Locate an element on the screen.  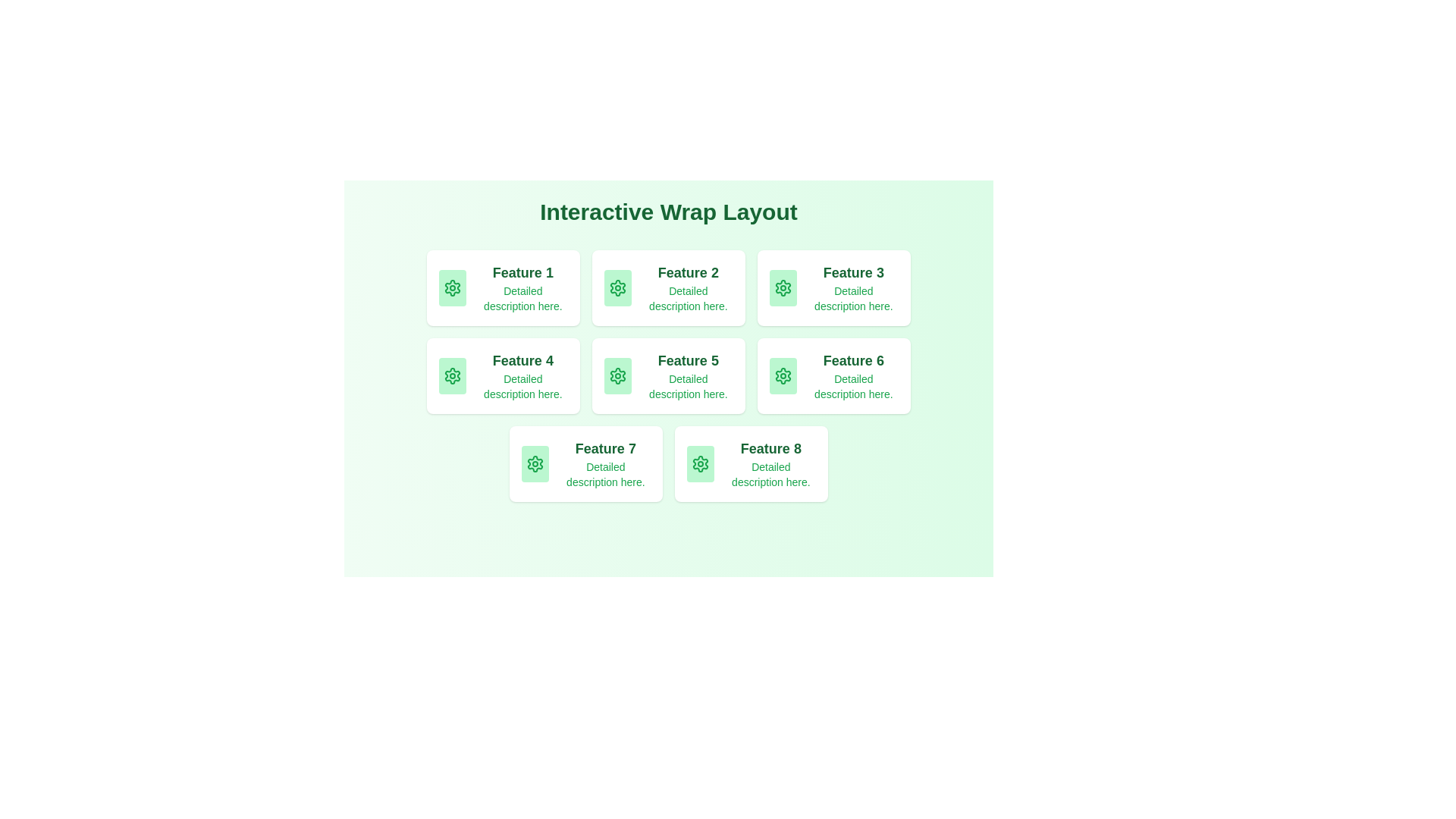
the green gear icon representing settings within the 'Feature 7' card located in the bottom row of the layout grid is located at coordinates (535, 463).